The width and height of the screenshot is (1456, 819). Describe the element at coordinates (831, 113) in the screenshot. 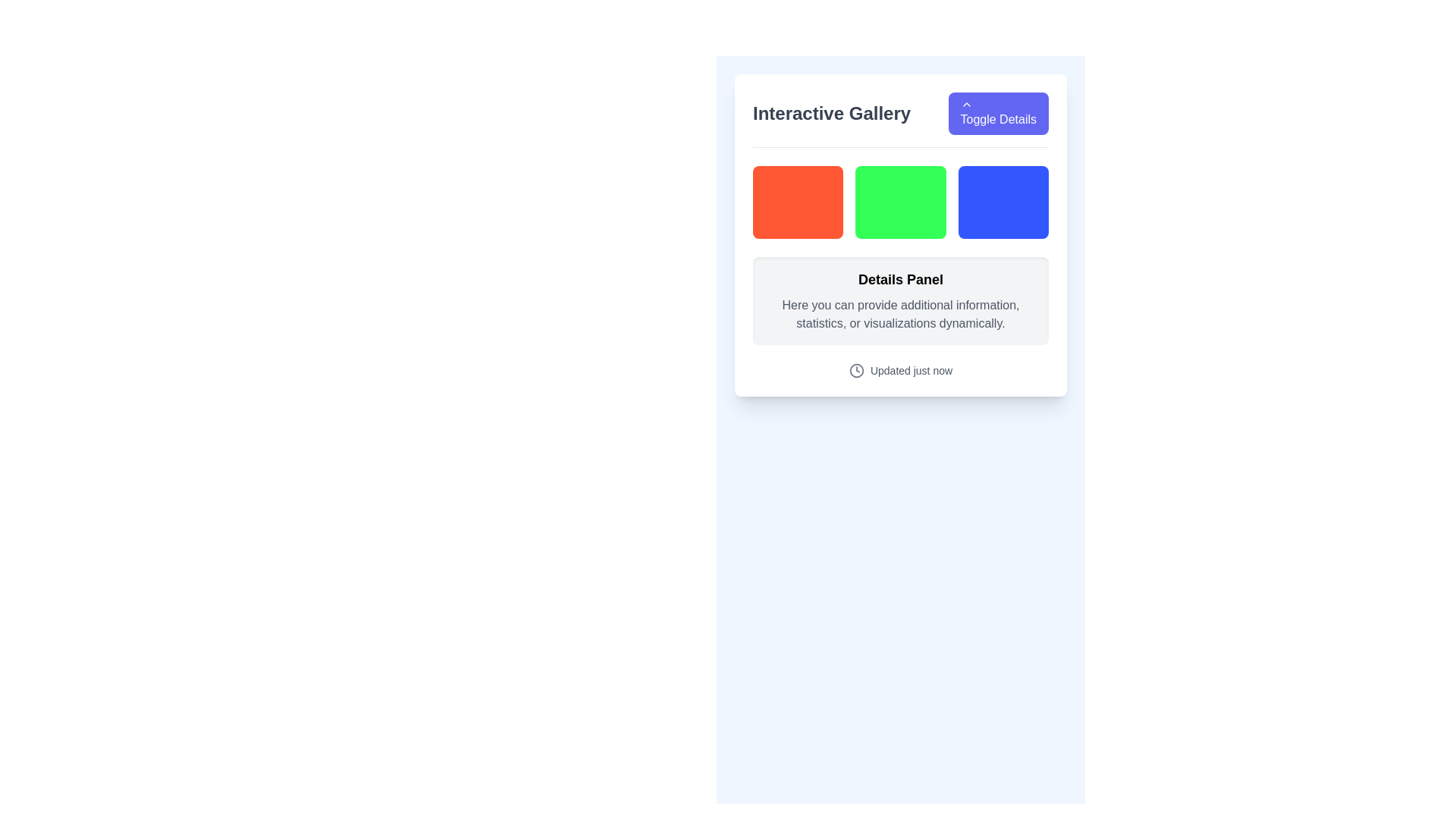

I see `the 'Interactive Gallery' text heading` at that location.